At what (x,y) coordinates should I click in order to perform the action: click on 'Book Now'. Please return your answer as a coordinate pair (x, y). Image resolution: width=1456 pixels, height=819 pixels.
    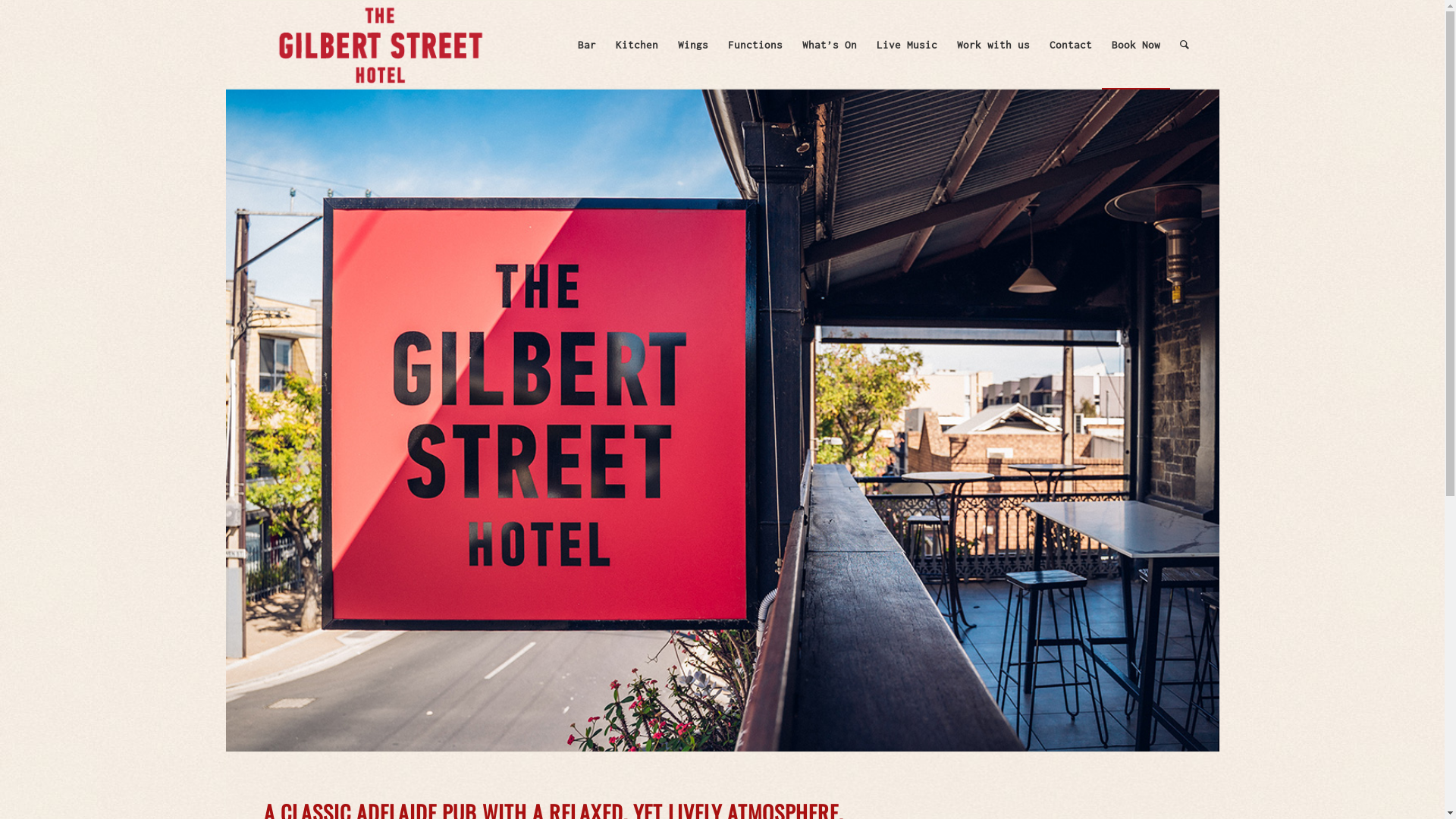
    Looking at the image, I should click on (1135, 43).